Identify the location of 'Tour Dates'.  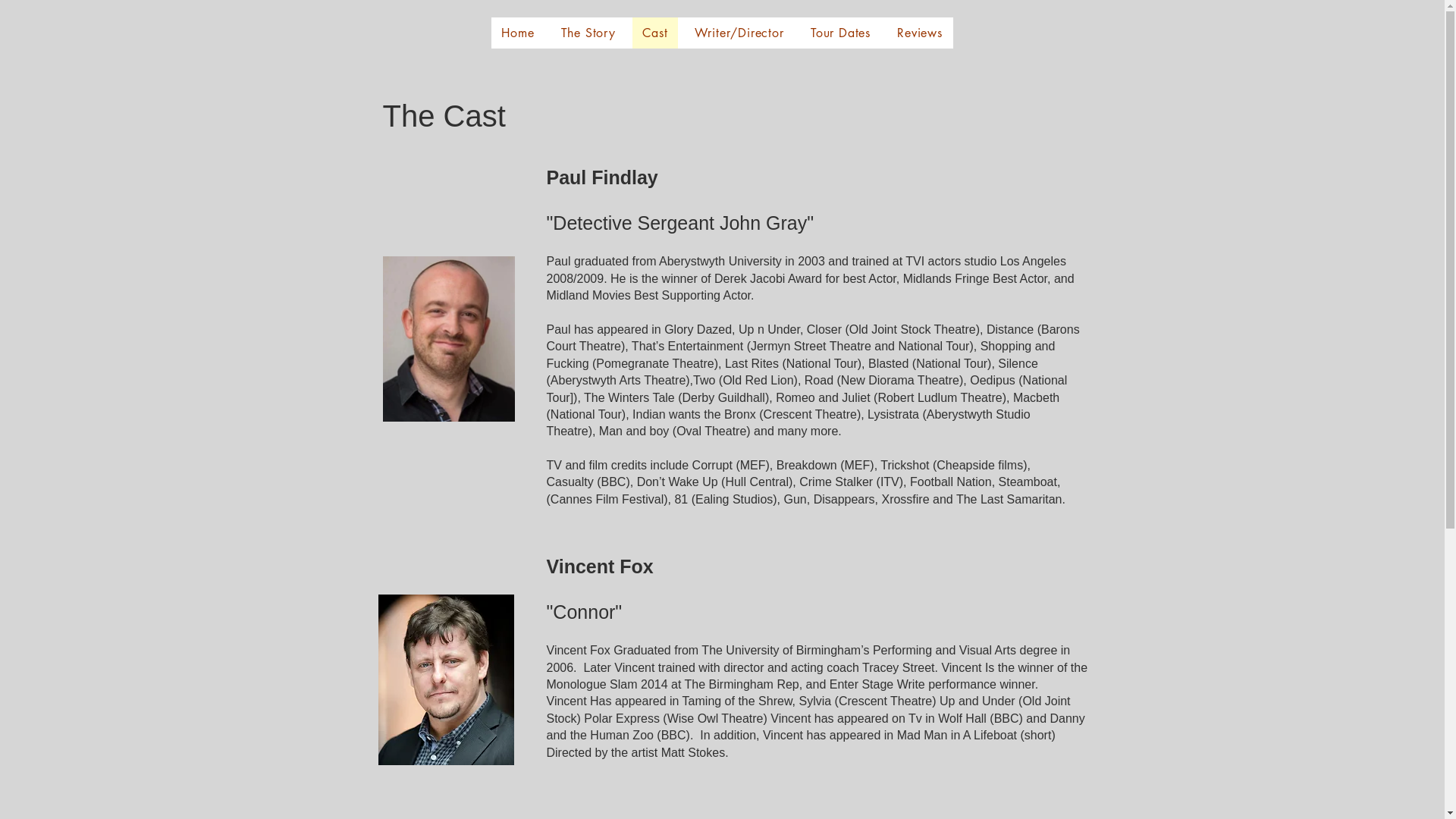
(839, 33).